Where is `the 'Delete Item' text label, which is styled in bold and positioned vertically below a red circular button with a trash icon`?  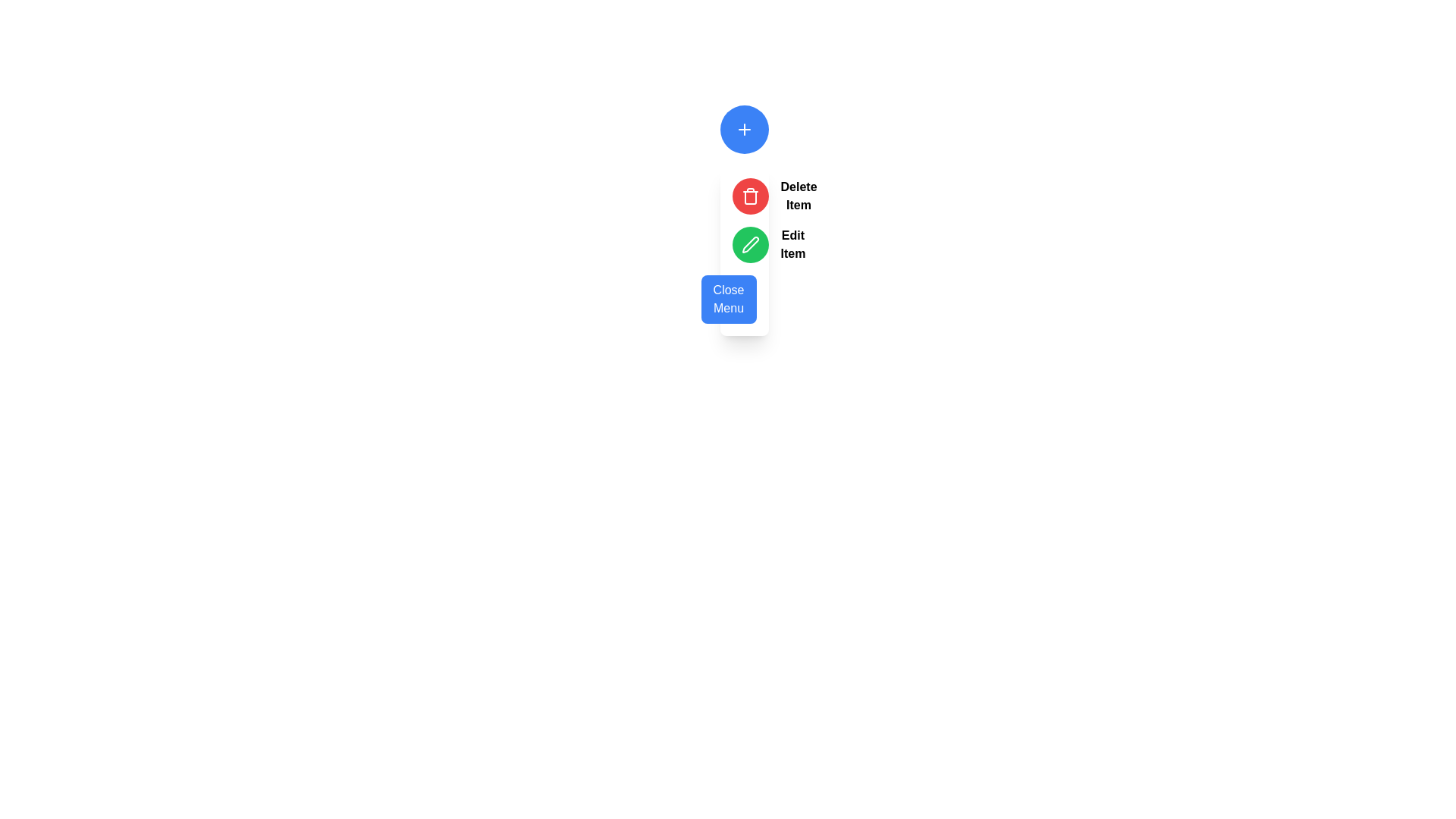
the 'Delete Item' text label, which is styled in bold and positioned vertically below a red circular button with a trash icon is located at coordinates (798, 195).